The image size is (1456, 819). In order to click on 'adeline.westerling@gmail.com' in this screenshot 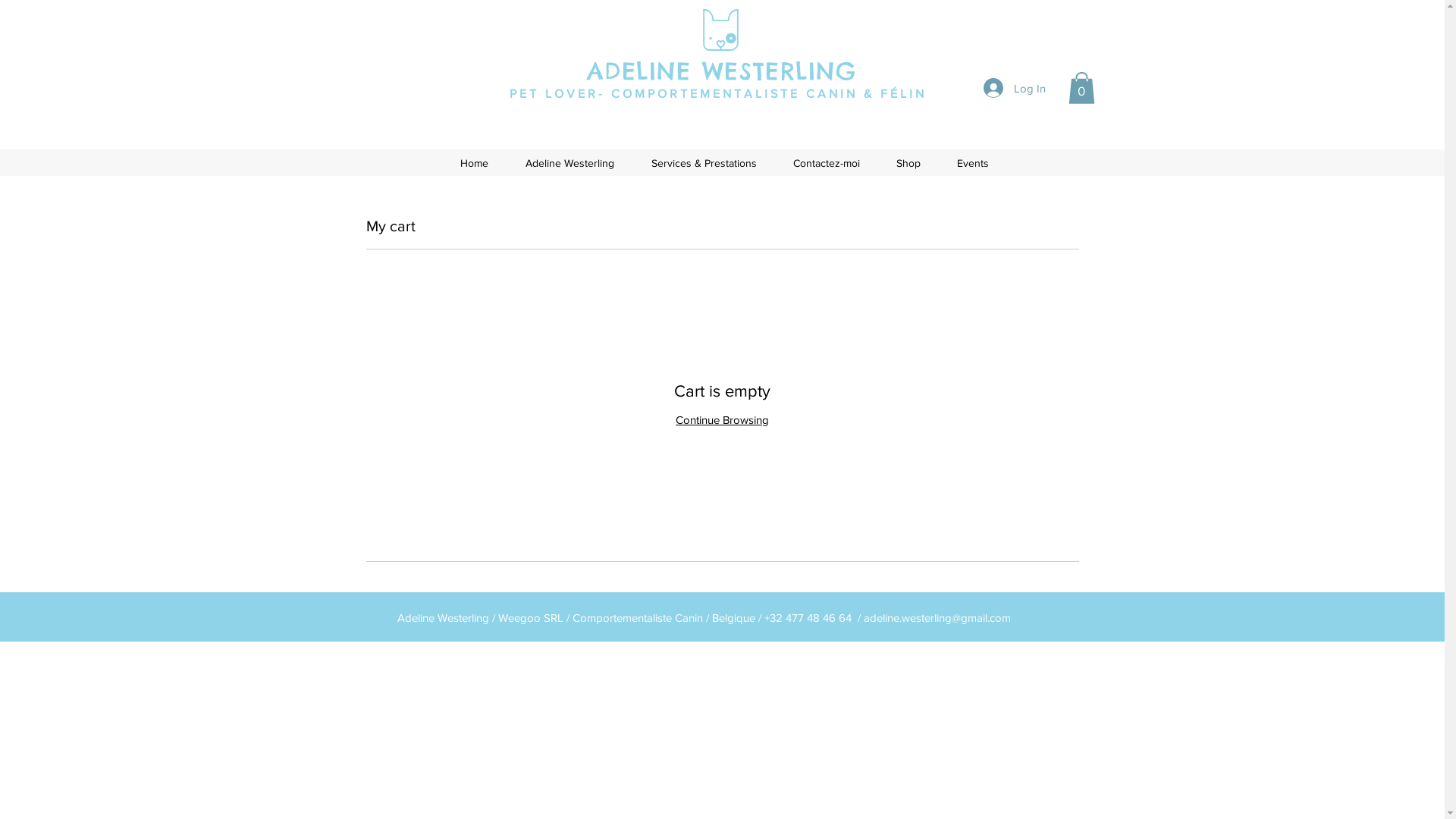, I will do `click(935, 617)`.